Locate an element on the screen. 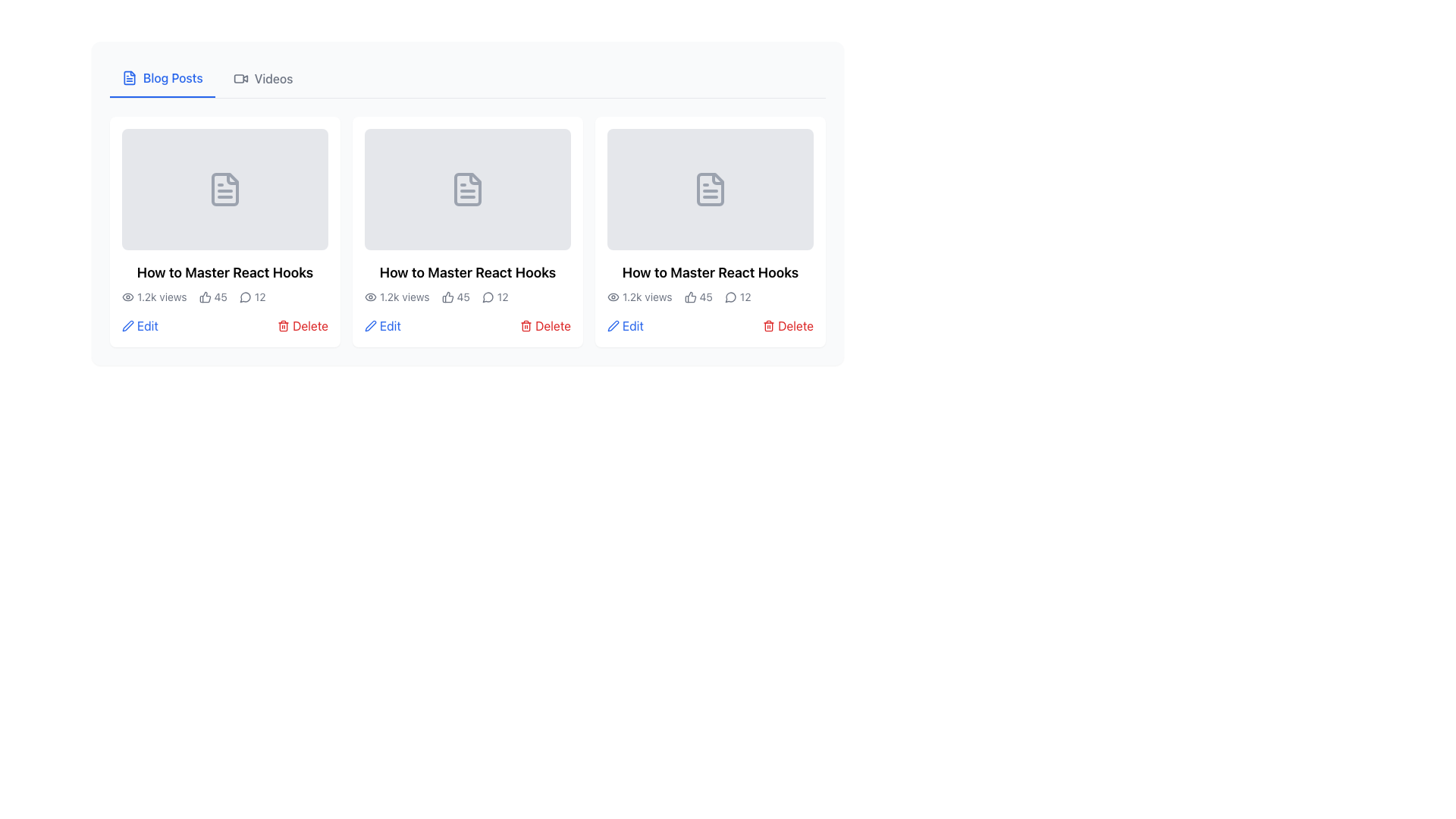 The height and width of the screenshot is (819, 1456). the small circular speech bubble icon, which is the last in a row of similar icons below a blog post card is located at coordinates (488, 297).